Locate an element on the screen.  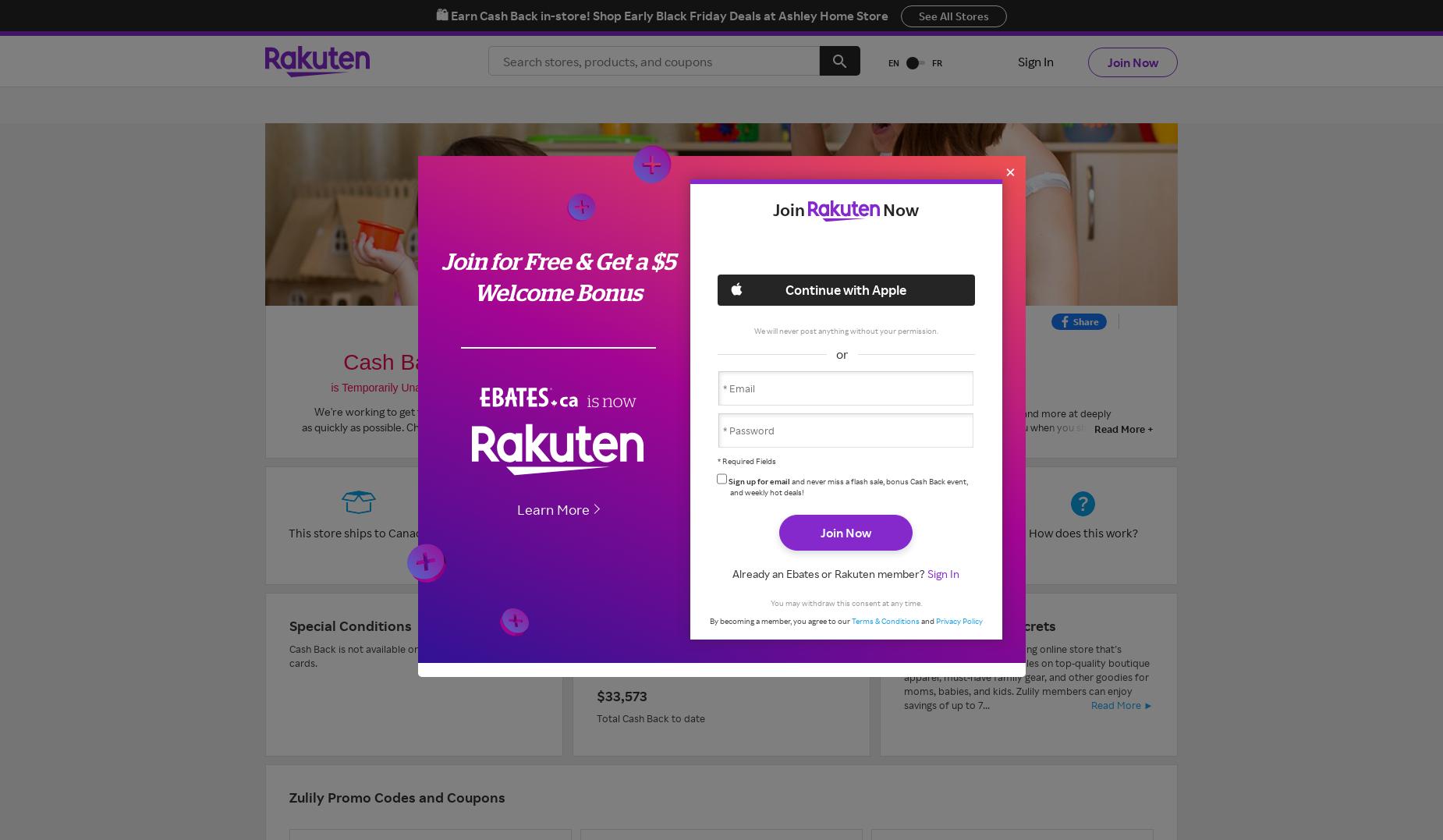
'Zulily is a new up-and-coming online store that’s known for offering daily sales on top-quality boutique apparel, must-have family gear, and other goodies for moms, babies, and kids. Zulily members can enjoy savings of up to 7...' is located at coordinates (902, 675).